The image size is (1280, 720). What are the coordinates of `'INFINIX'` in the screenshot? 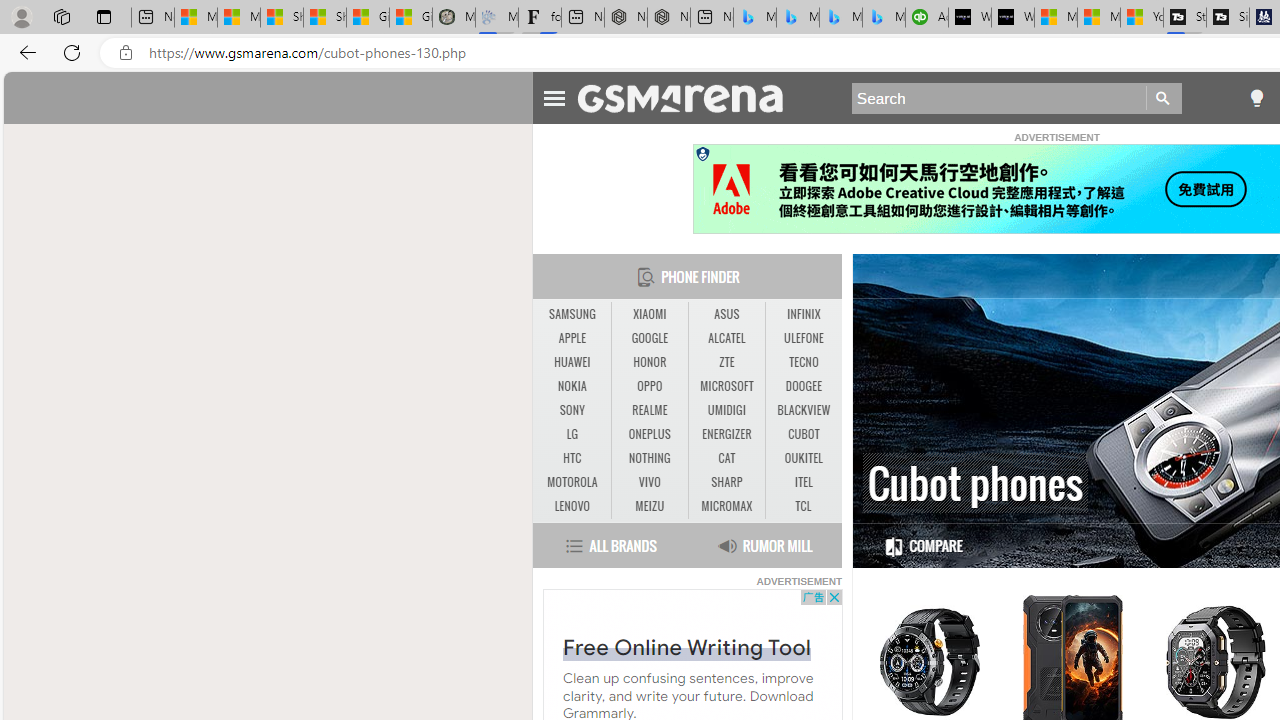 It's located at (803, 314).